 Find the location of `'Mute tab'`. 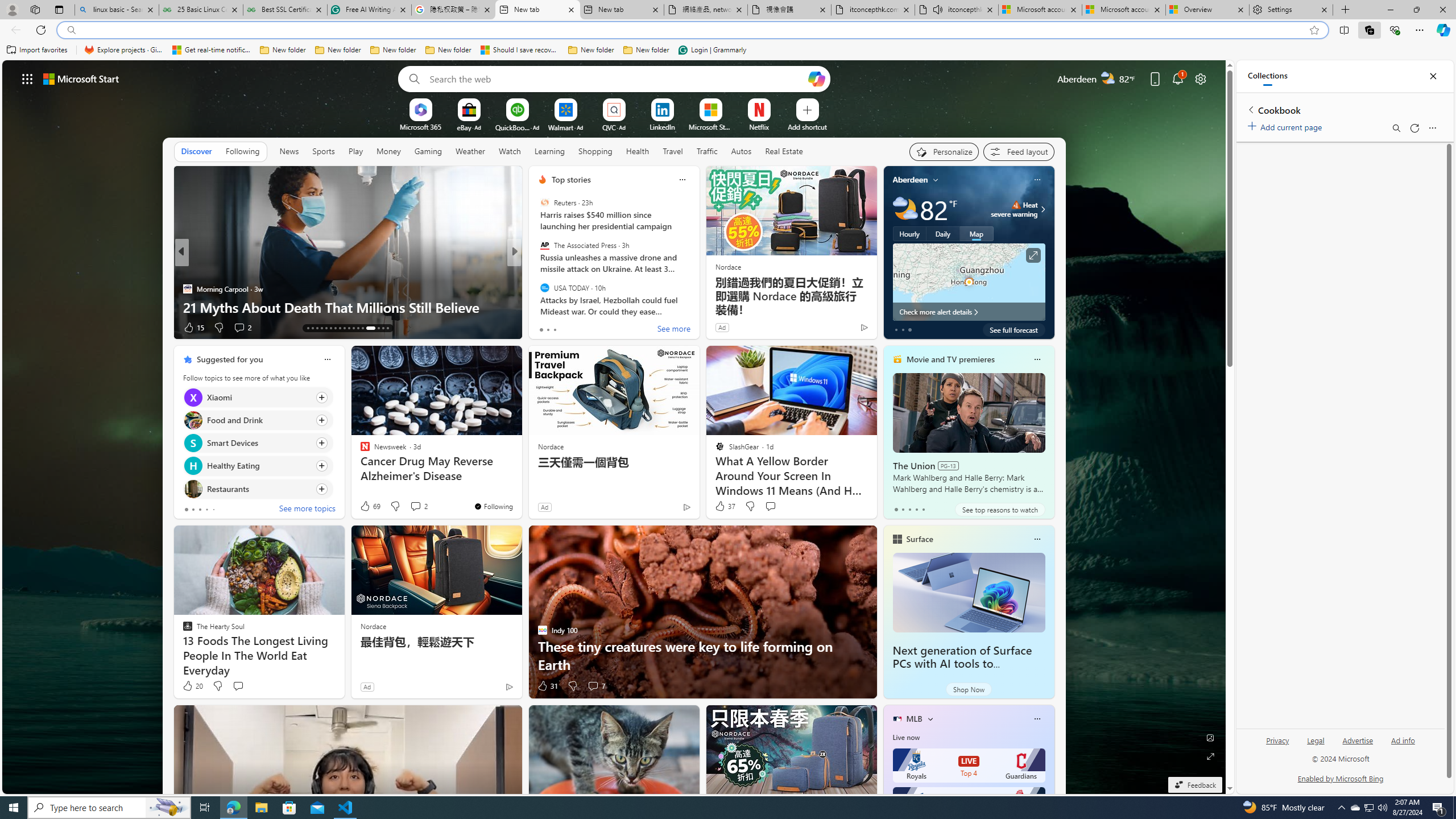

'Mute tab' is located at coordinates (937, 9).